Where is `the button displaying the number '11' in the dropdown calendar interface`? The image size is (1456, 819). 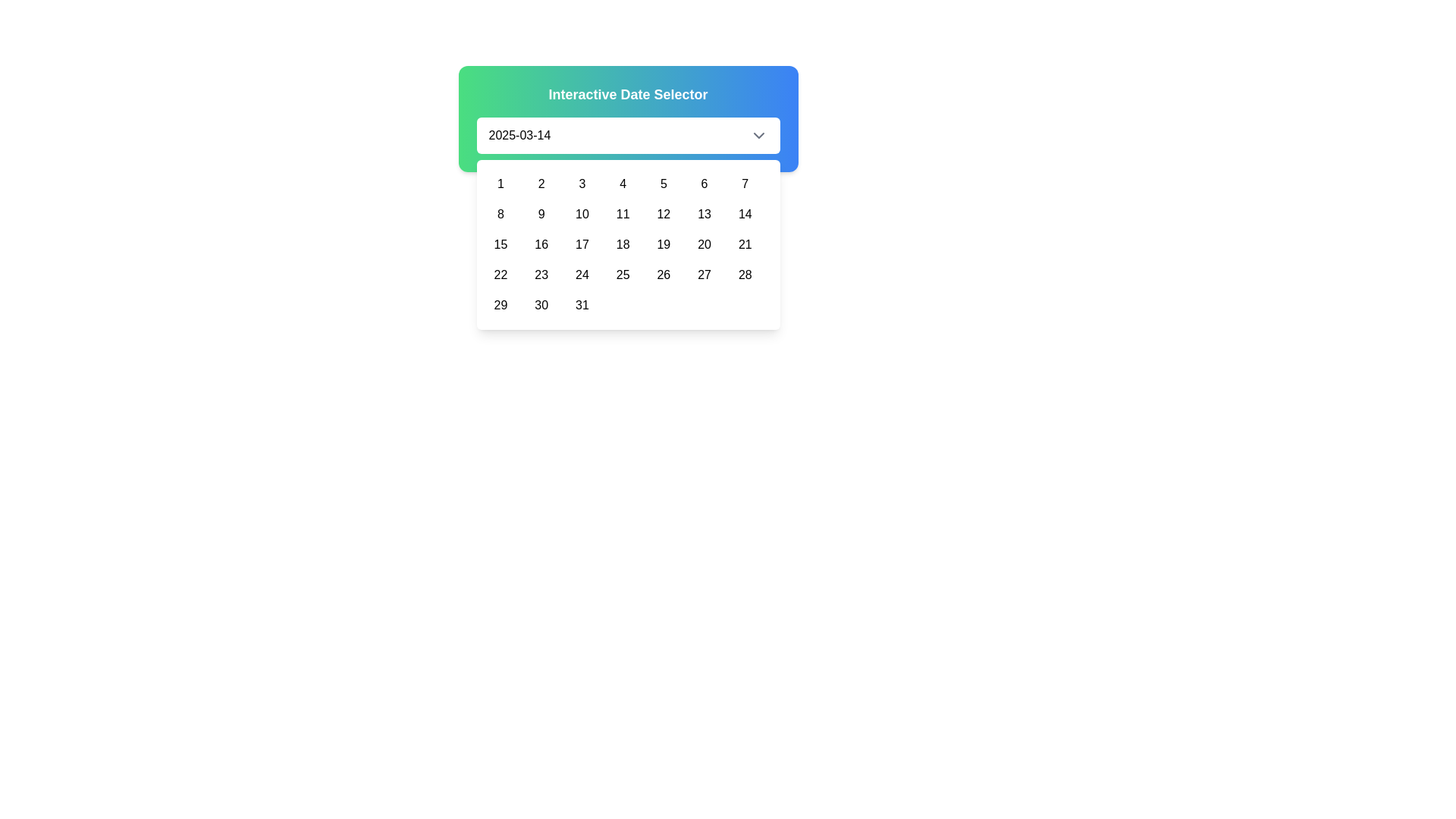 the button displaying the number '11' in the dropdown calendar interface is located at coordinates (623, 214).